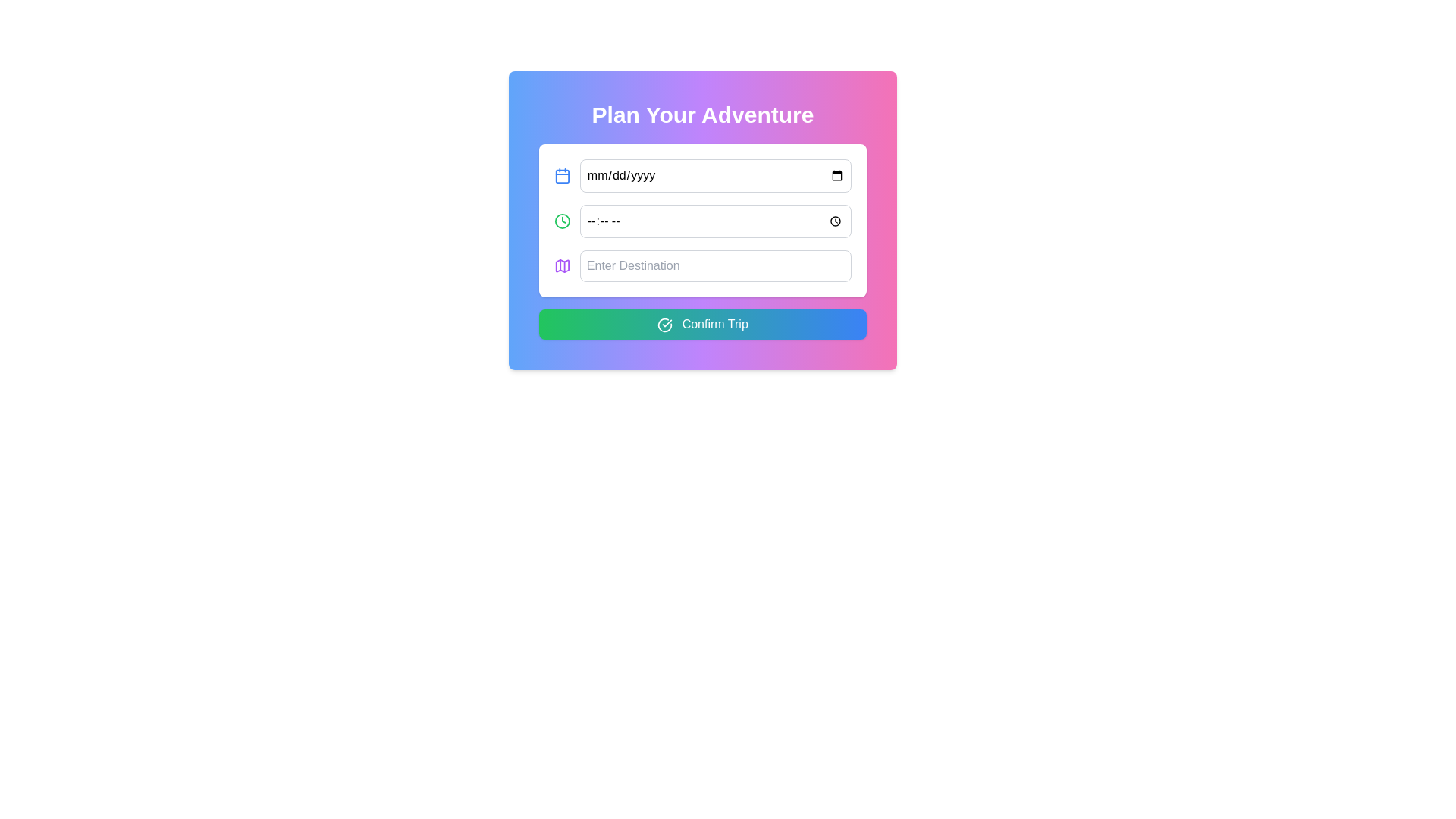 The height and width of the screenshot is (819, 1456). What do you see at coordinates (561, 174) in the screenshot?
I see `the calendar icon located at the top-left corner of the date input field, which serves as a visual indicator for date selection` at bounding box center [561, 174].